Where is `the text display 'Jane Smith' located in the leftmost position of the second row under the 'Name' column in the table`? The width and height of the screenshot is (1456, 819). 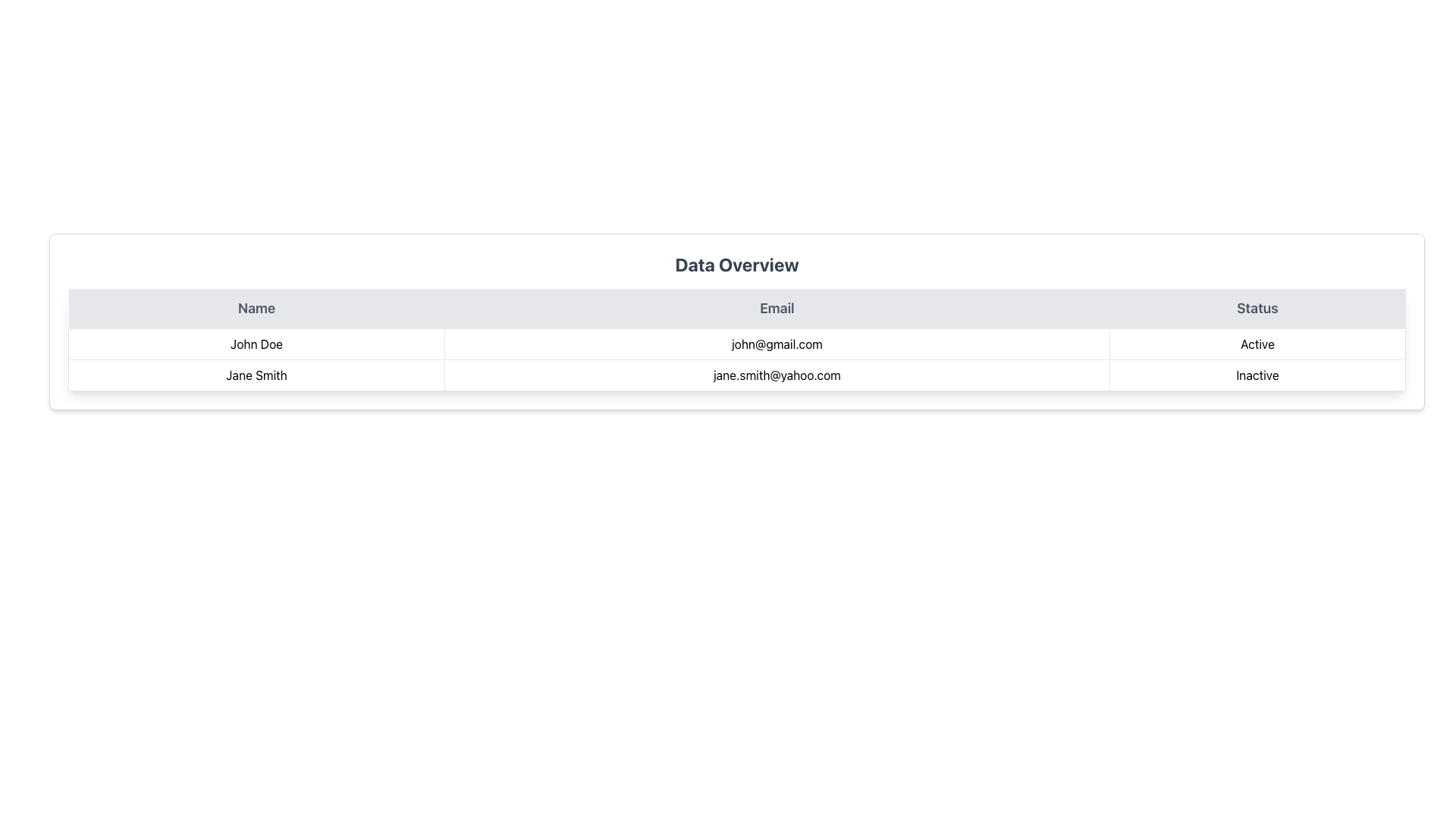
the text display 'Jane Smith' located in the leftmost position of the second row under the 'Name' column in the table is located at coordinates (256, 375).